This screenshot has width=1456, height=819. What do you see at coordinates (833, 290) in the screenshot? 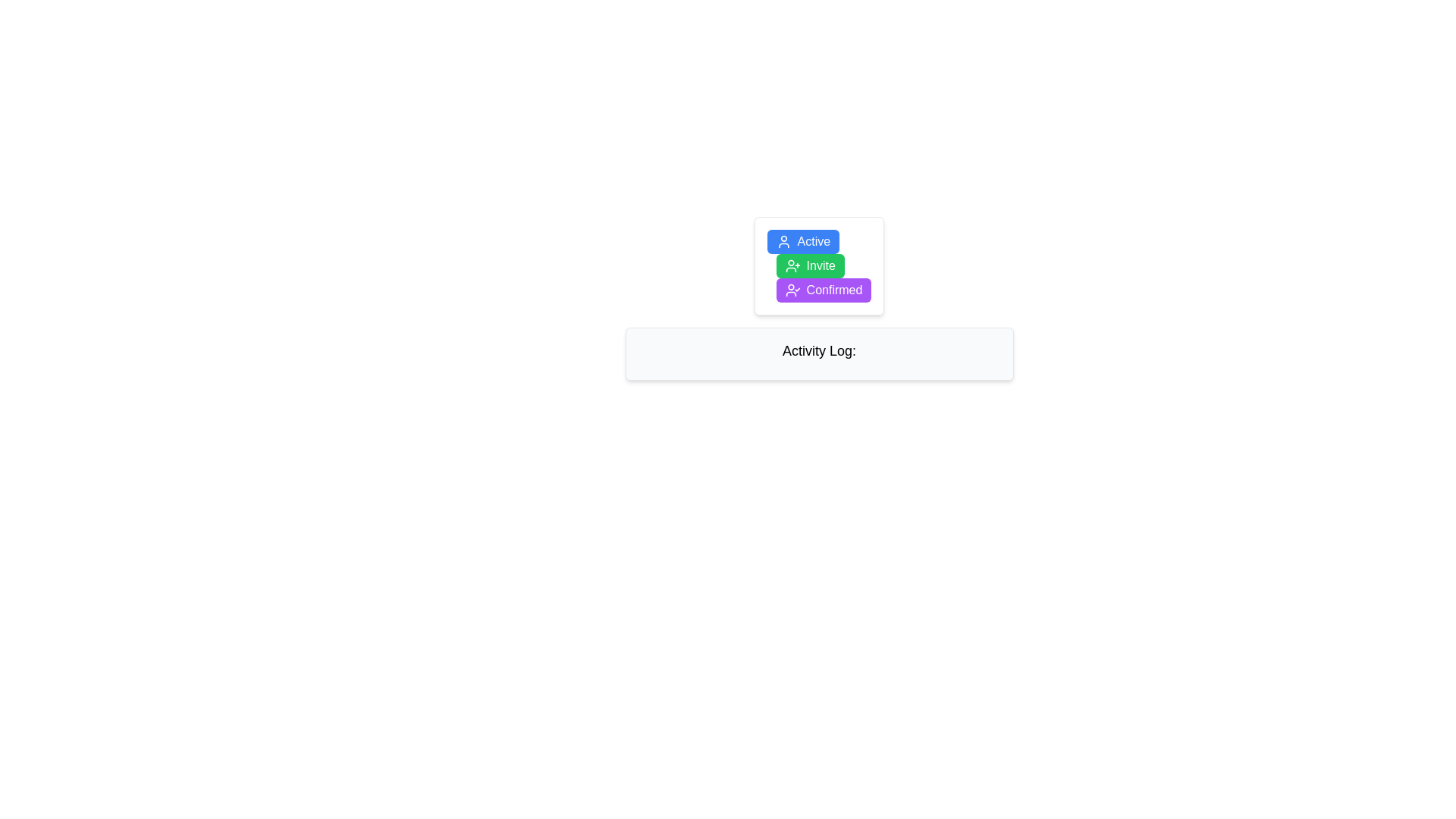
I see `the 'Confirmed' text label, which is a white label with a purple background and rounded corners` at bounding box center [833, 290].